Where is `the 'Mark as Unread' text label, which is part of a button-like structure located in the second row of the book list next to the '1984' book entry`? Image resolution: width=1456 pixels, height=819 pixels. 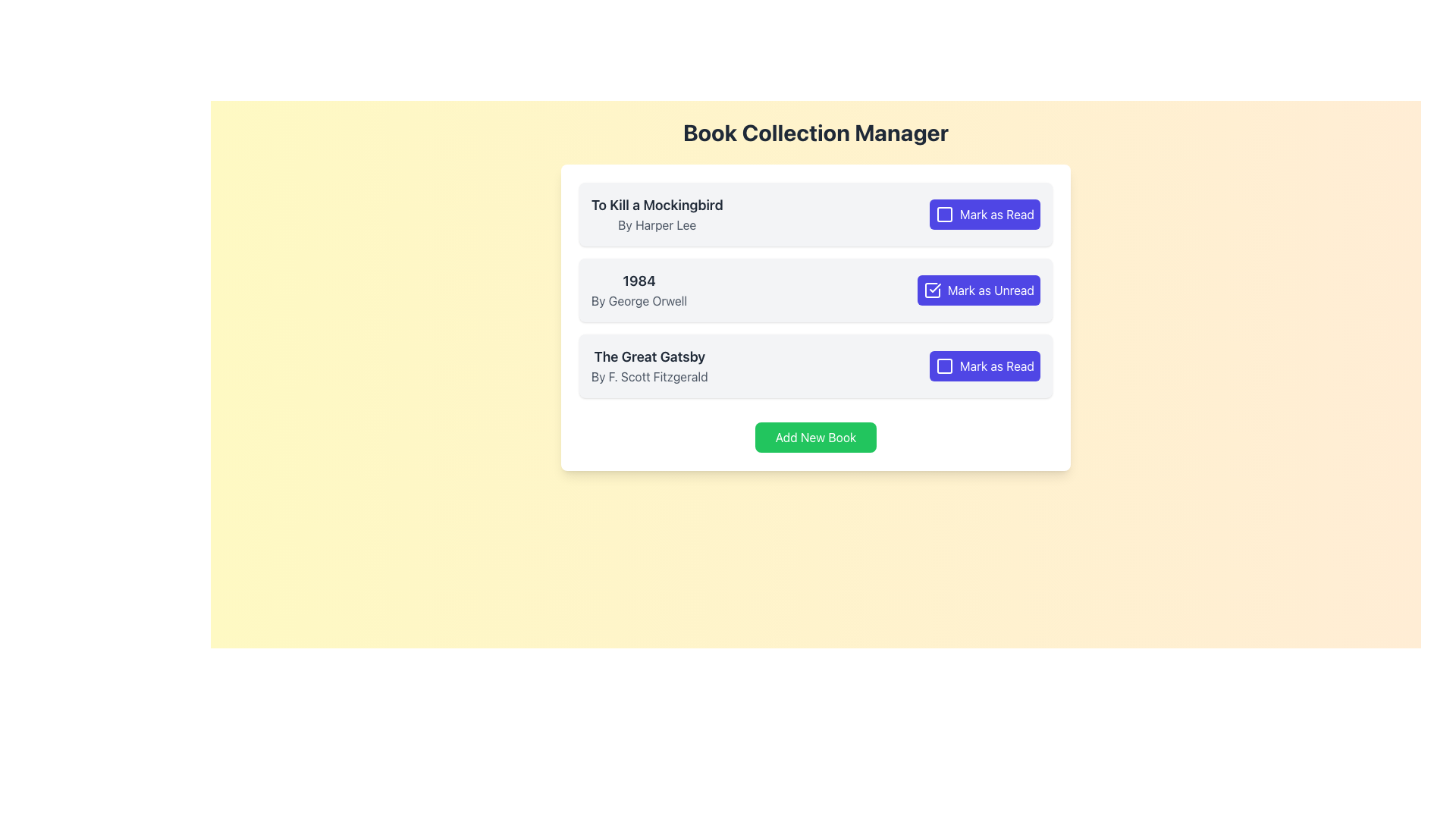 the 'Mark as Unread' text label, which is part of a button-like structure located in the second row of the book list next to the '1984' book entry is located at coordinates (990, 290).